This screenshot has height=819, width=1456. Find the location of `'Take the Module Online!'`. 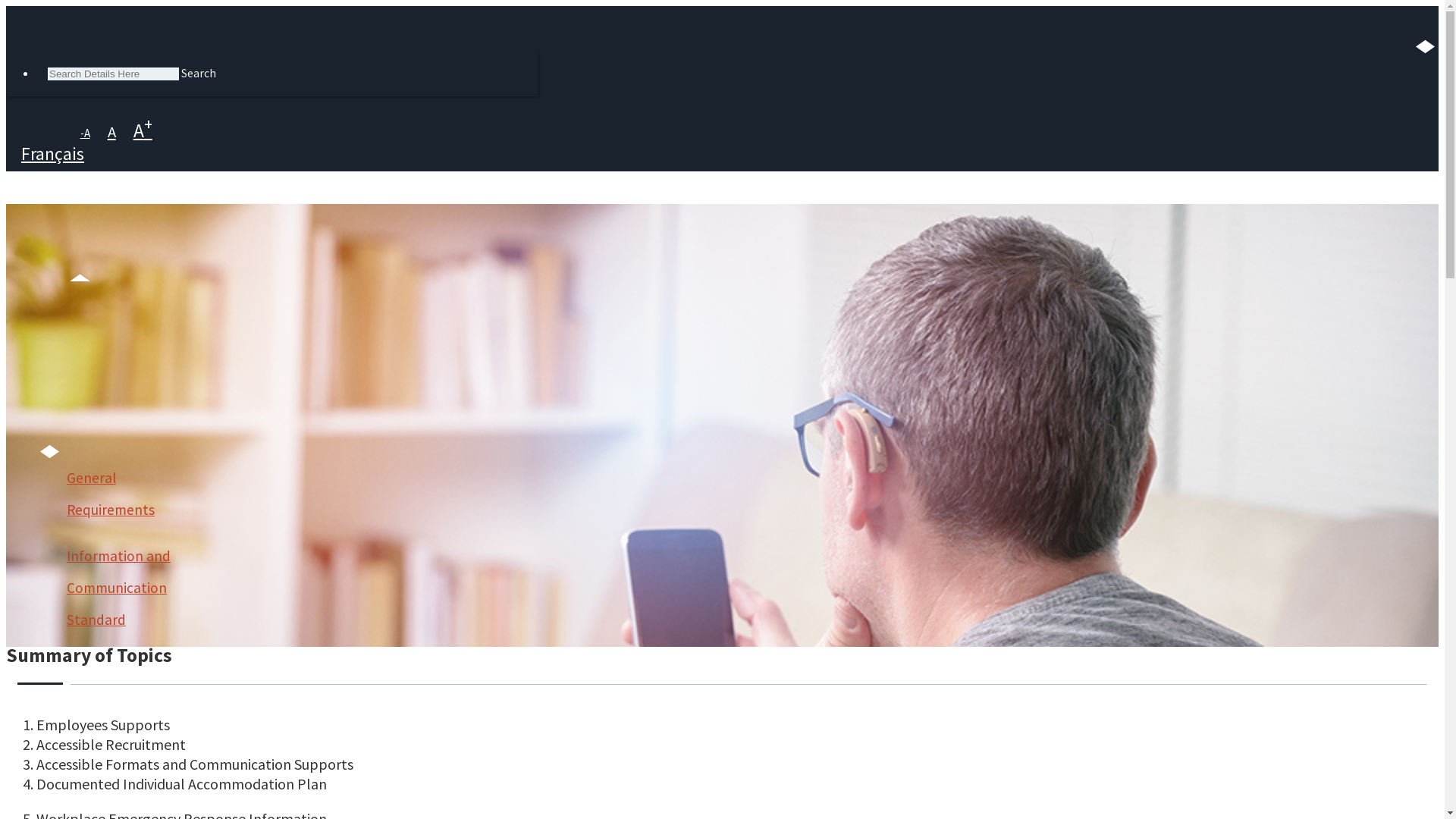

'Take the Module Online!' is located at coordinates (21, 583).